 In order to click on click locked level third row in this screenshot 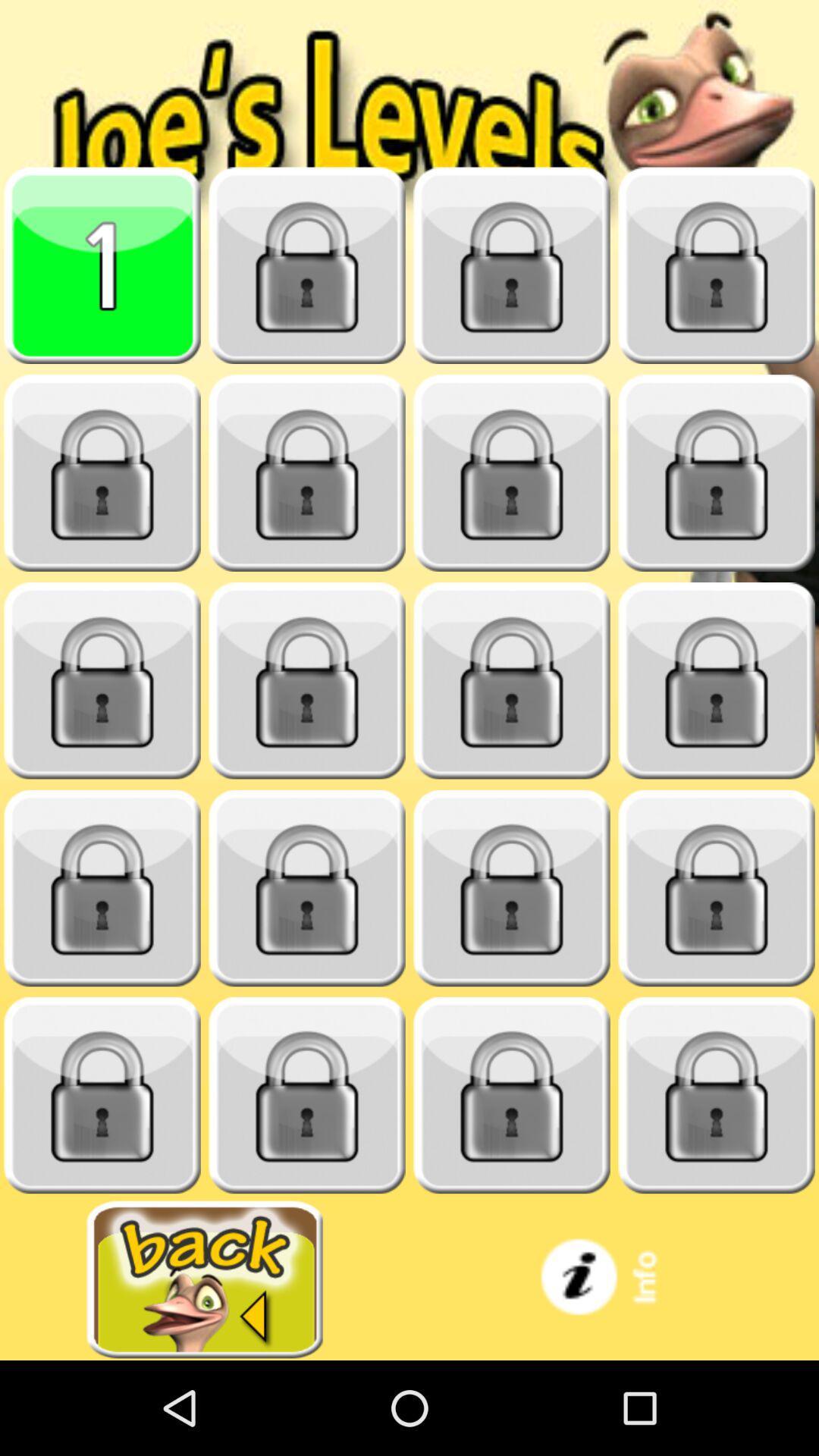, I will do `click(102, 680)`.